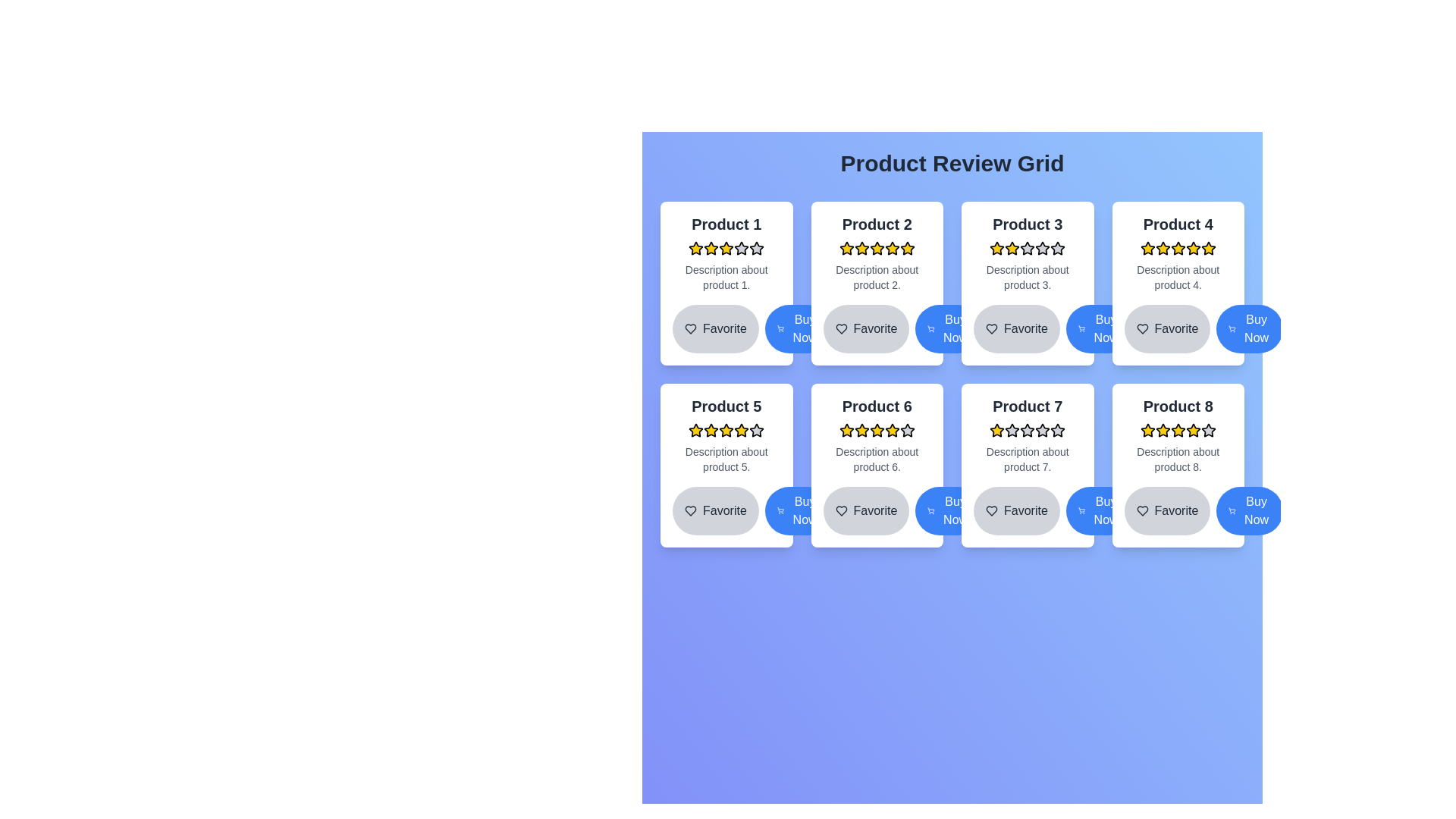  Describe the element at coordinates (840, 511) in the screenshot. I see `the heart-shaped interactive icon located at the bottom-left corner of the Product 6 card` at that location.